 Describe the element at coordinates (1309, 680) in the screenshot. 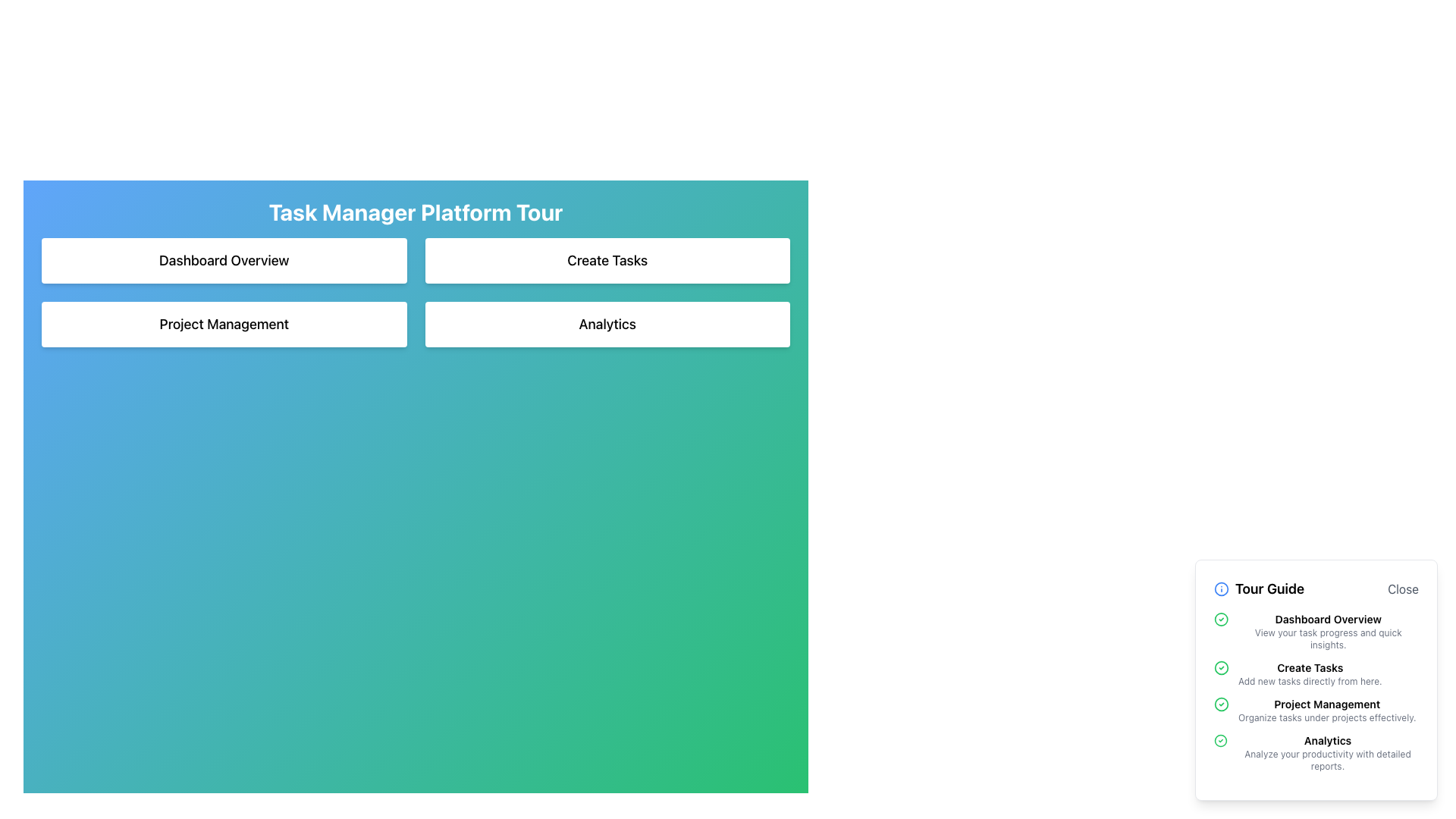

I see `instructional text displayed in small gray font that says 'Add new tasks directly from here.' located below the 'Create Tasks.' text in the 'Tour Guide' panel` at that location.